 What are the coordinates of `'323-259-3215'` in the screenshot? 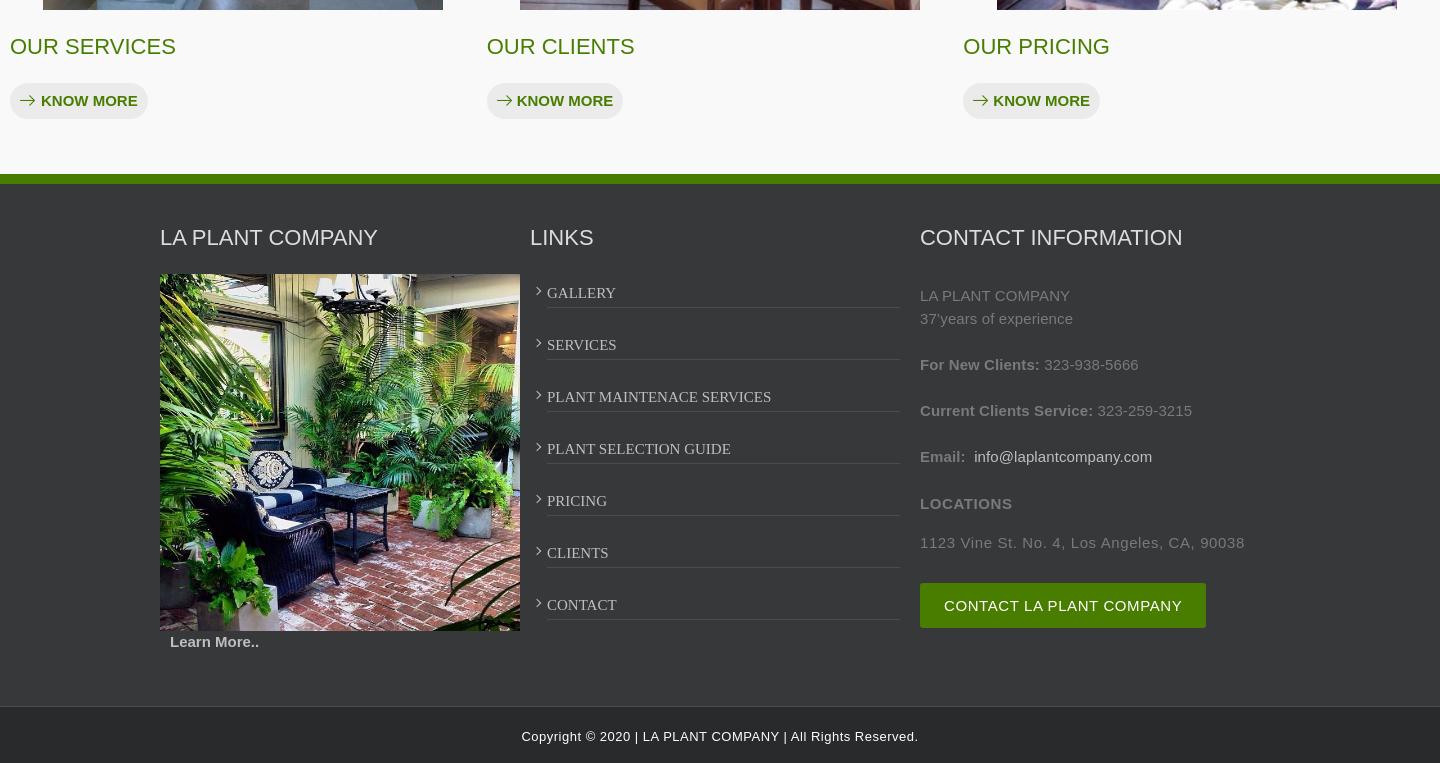 It's located at (1144, 409).